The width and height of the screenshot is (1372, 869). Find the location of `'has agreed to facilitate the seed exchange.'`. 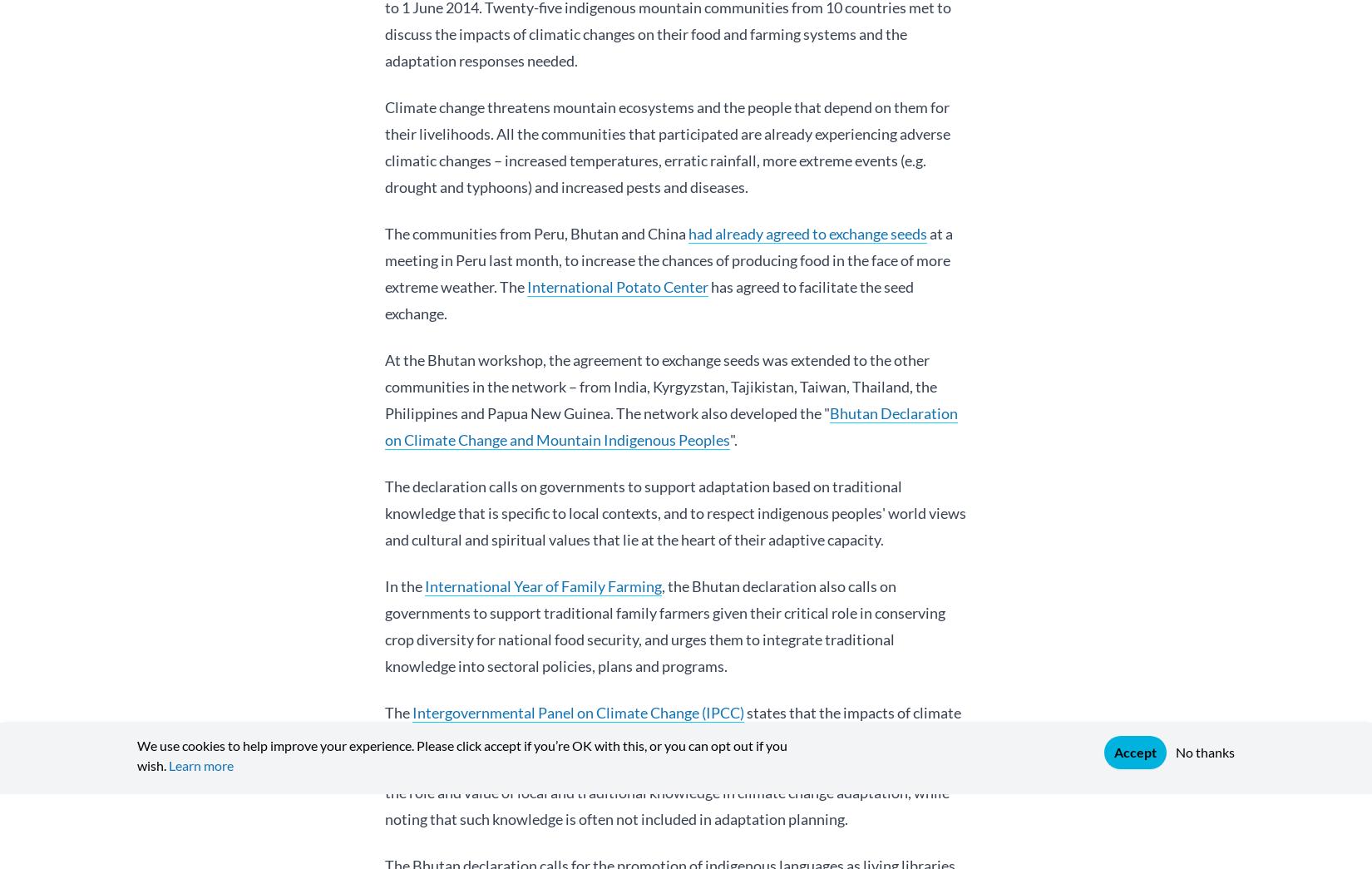

'has agreed to facilitate the seed exchange.' is located at coordinates (648, 299).